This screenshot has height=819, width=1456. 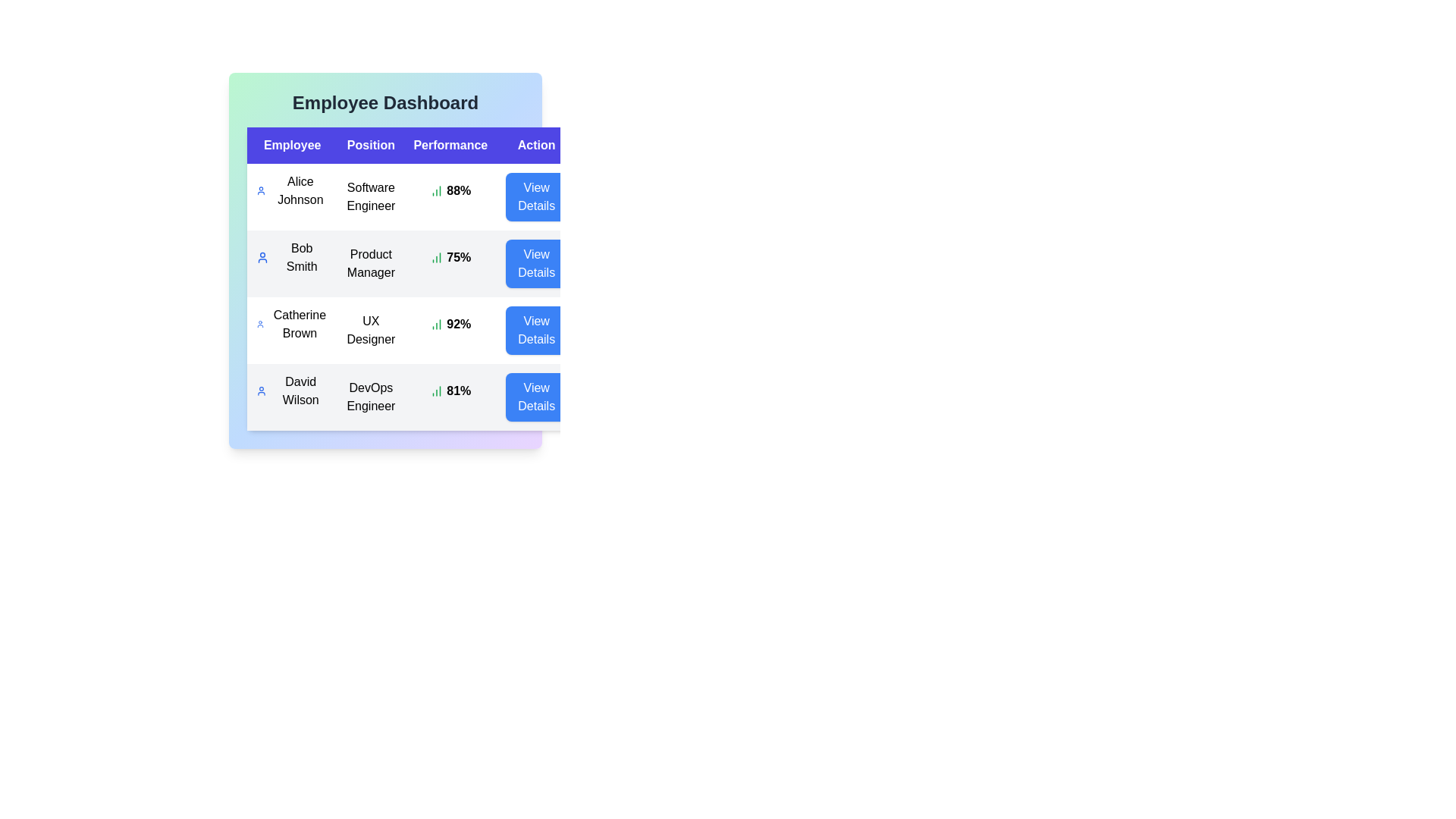 What do you see at coordinates (292, 324) in the screenshot?
I see `the Catherine Brown row to observe potential tooltips or visual feedback` at bounding box center [292, 324].